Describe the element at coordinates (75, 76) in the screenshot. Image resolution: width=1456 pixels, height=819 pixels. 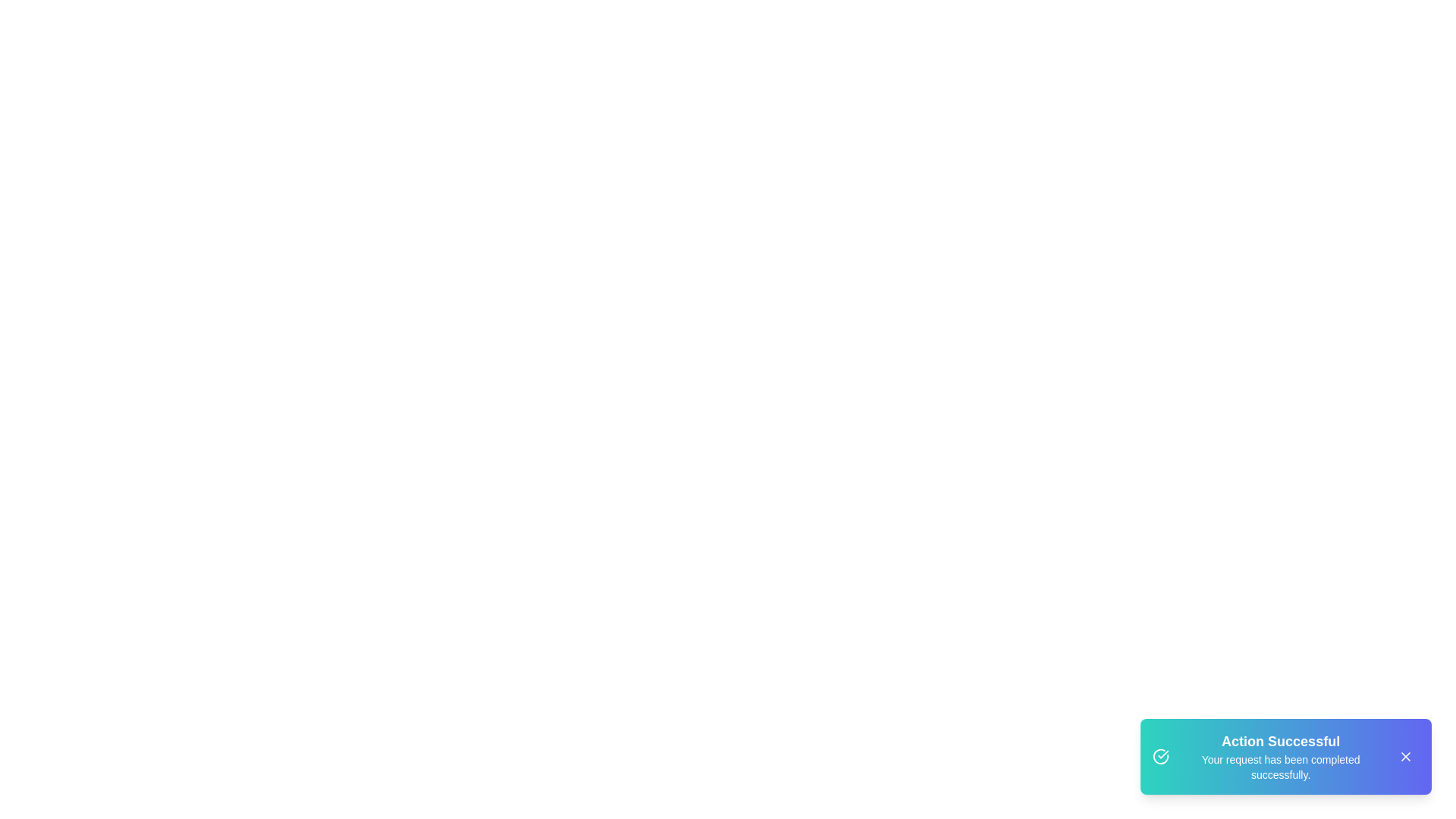
I see `the background area outside the StyledSnackbar component` at that location.